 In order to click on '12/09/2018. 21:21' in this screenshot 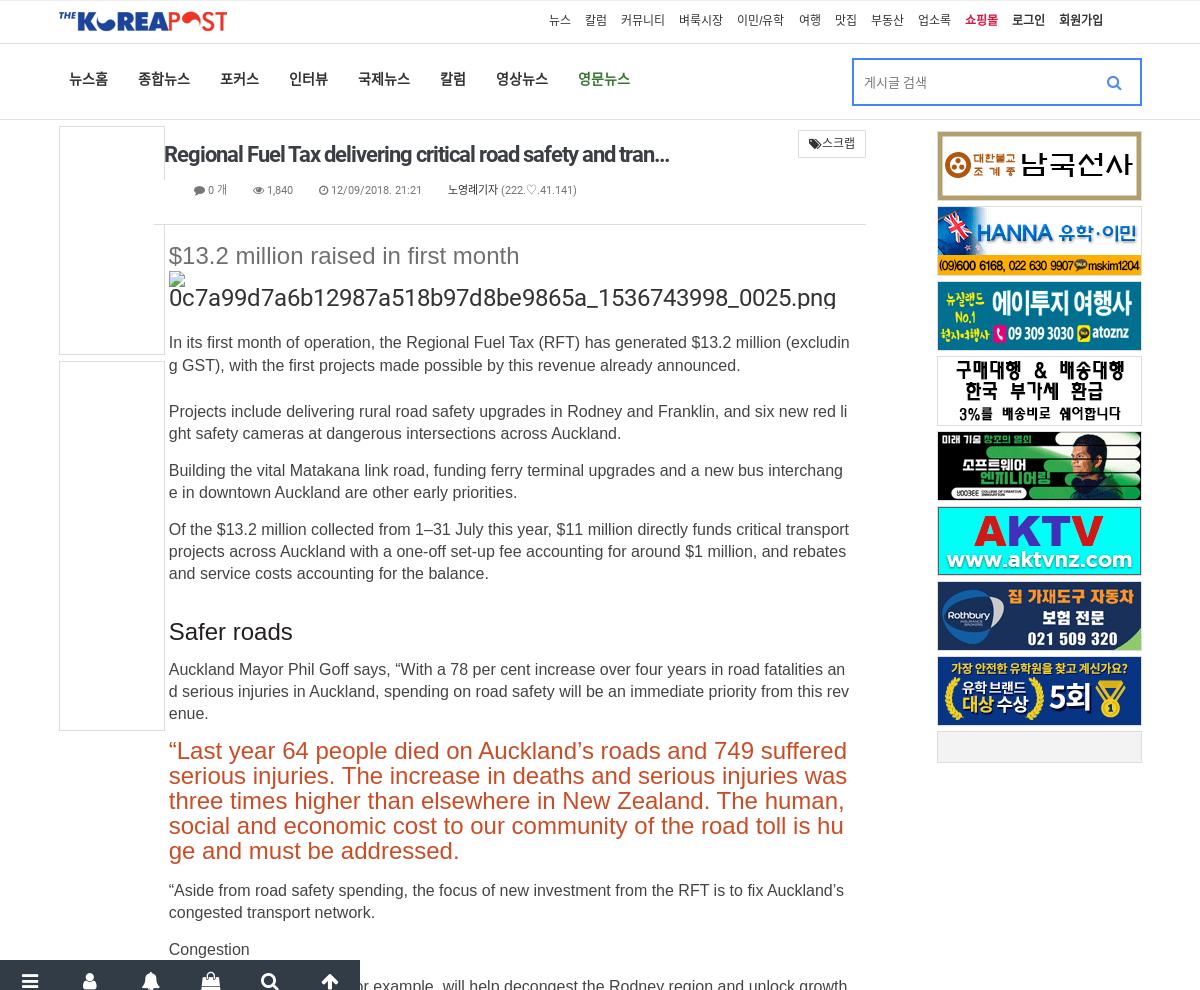, I will do `click(375, 190)`.